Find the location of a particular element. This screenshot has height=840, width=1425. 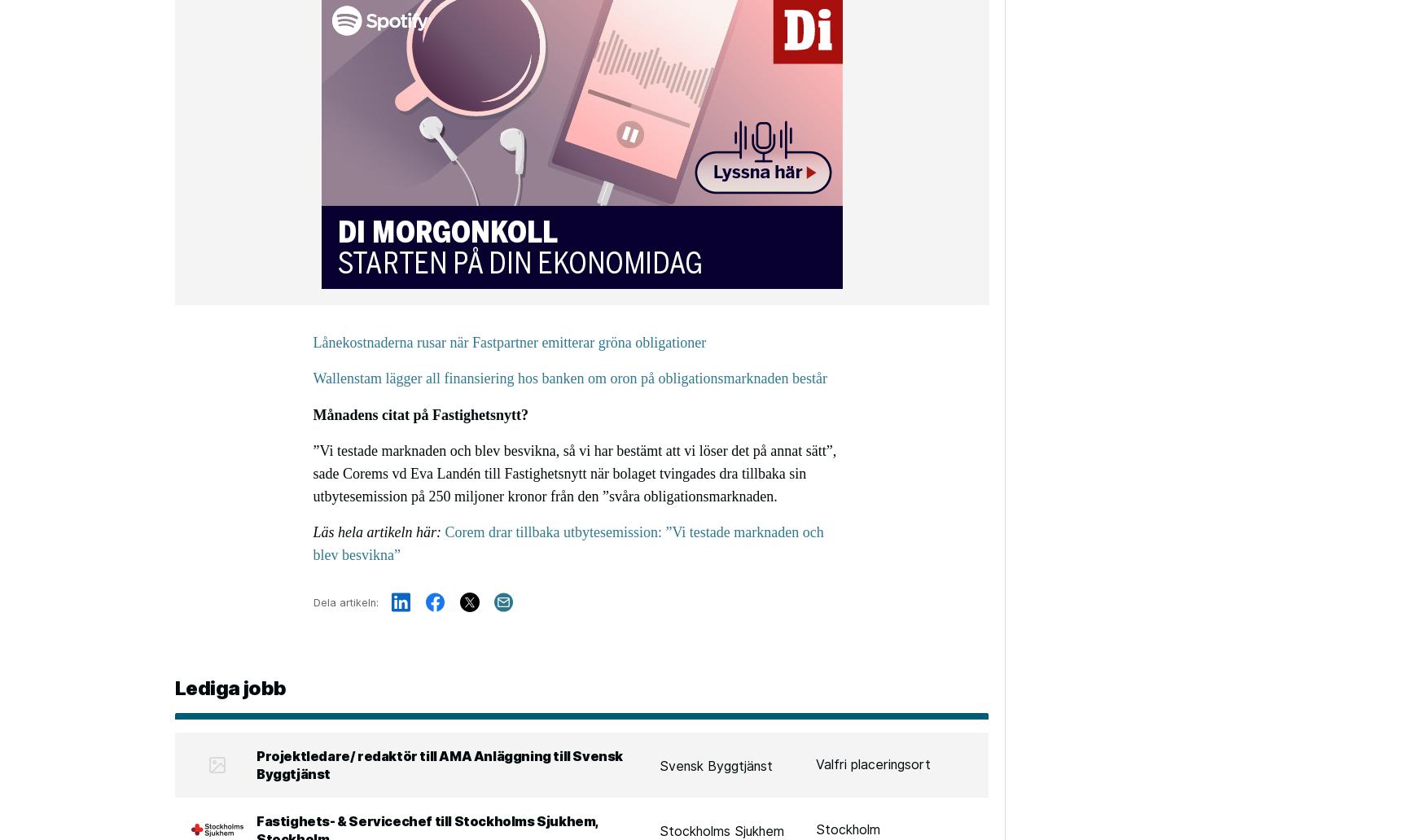

'Månadens citat på Fastighetsnytt?' is located at coordinates (419, 413).